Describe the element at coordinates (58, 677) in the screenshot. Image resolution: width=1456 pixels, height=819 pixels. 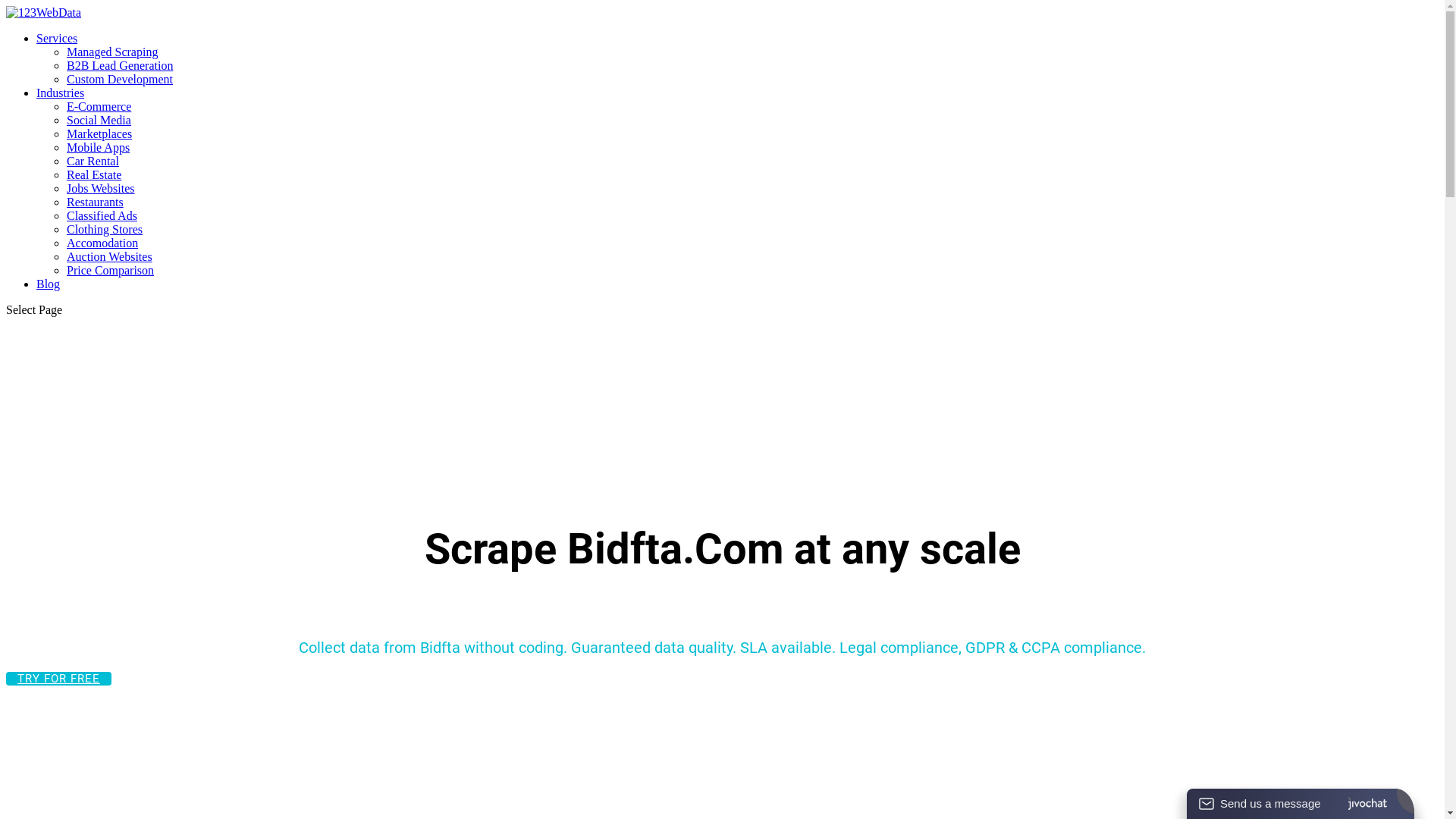
I see `'TRY FOR FREE'` at that location.